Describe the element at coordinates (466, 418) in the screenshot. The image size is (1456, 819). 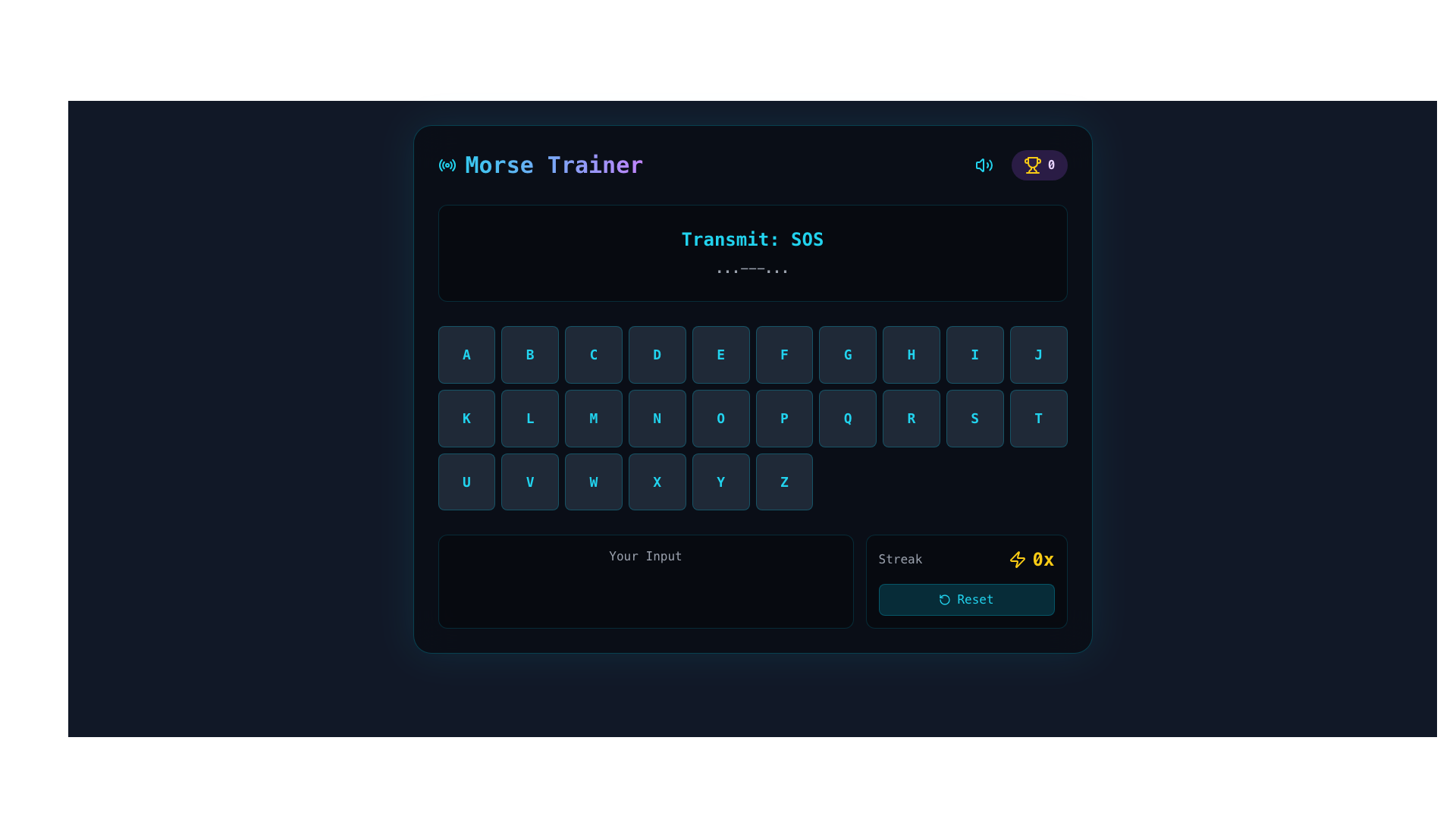
I see `the square button with a dark background and a bold cyan letter 'K', located in the second row and first column of the alphabet grid` at that location.